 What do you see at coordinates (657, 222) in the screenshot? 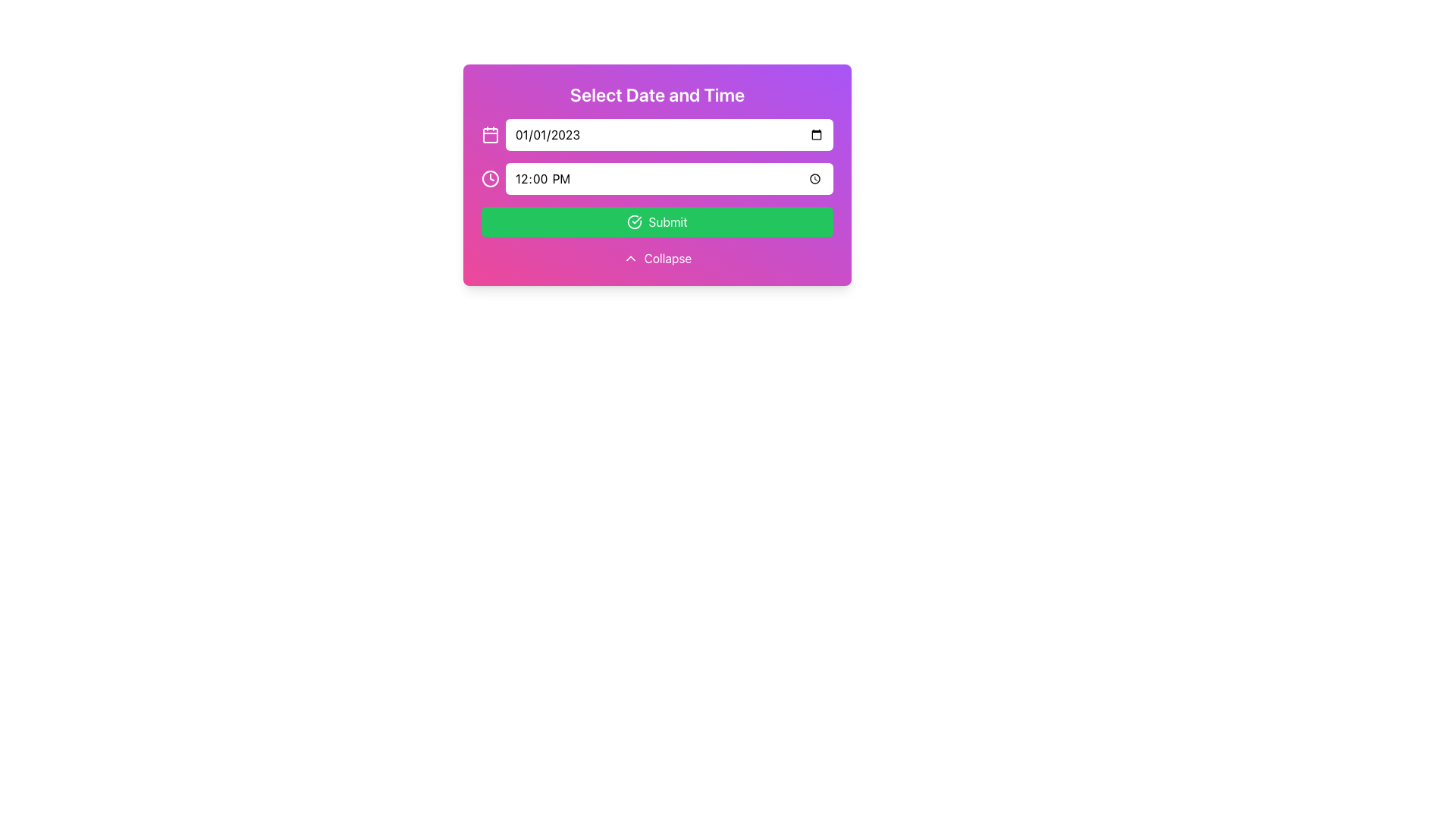
I see `the submission button located below the date and time input fields to observe the hover effects` at bounding box center [657, 222].